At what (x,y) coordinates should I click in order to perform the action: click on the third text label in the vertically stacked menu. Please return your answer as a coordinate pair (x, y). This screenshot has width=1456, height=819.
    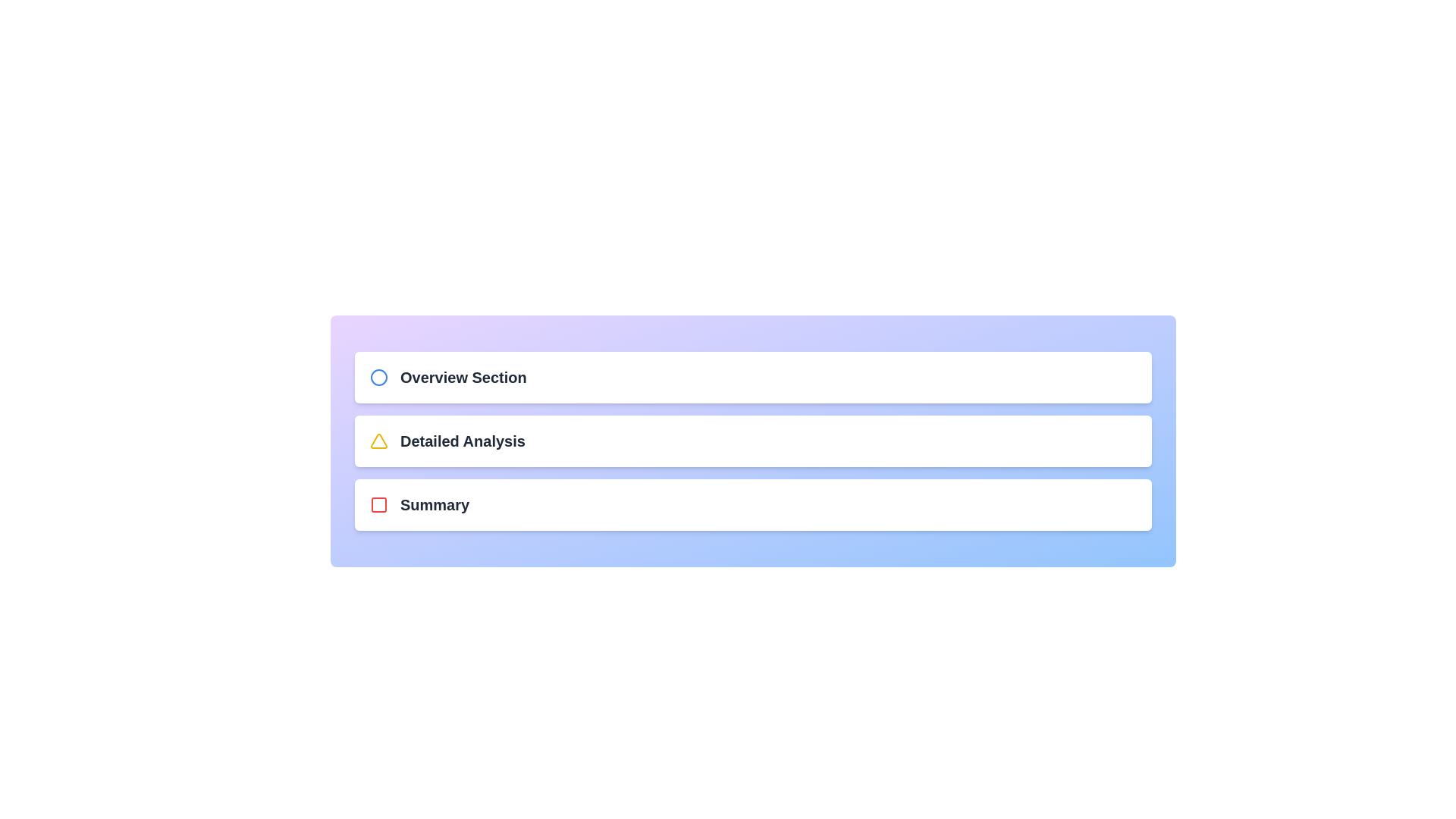
    Looking at the image, I should click on (434, 505).